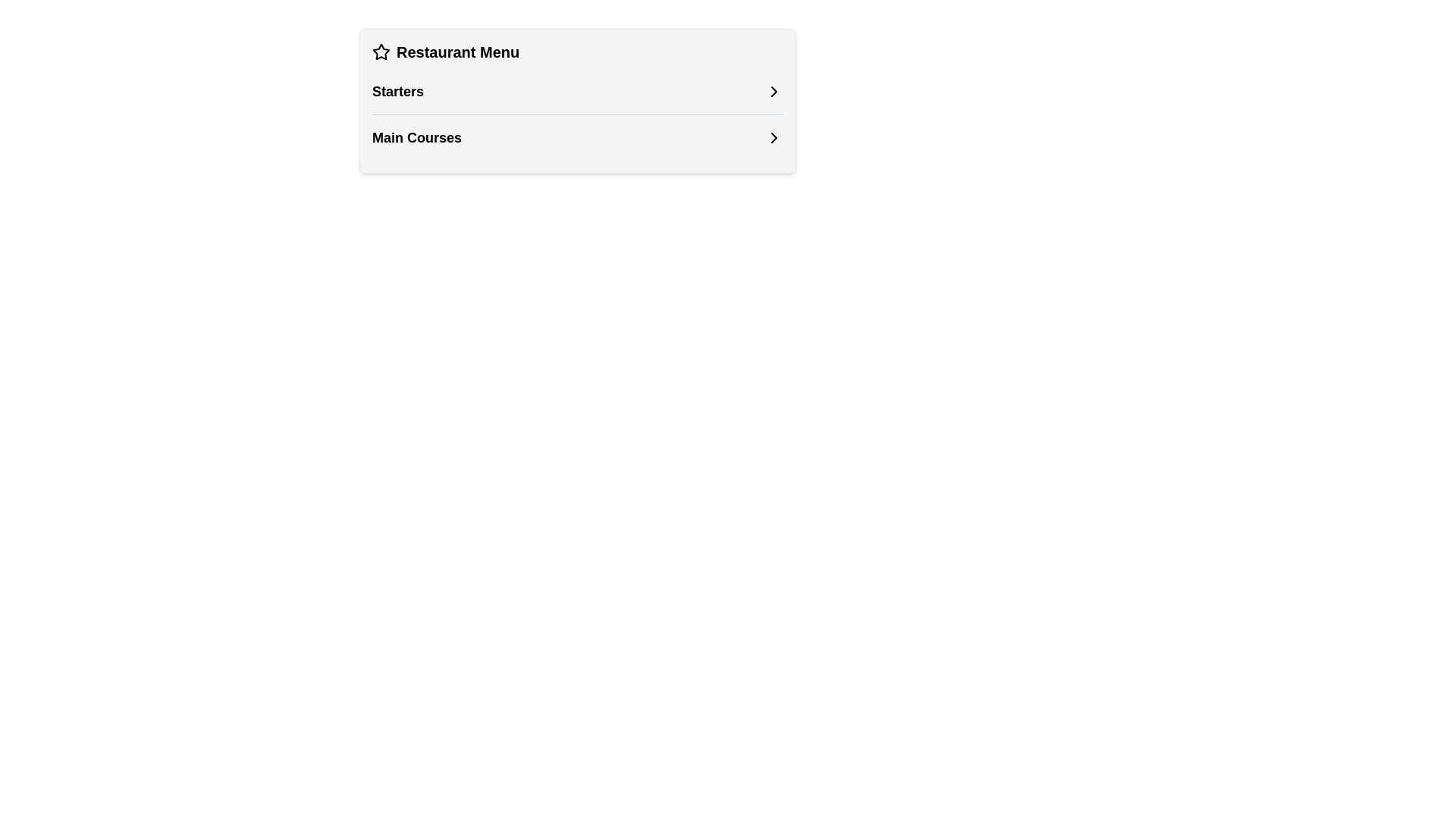 Image resolution: width=1456 pixels, height=819 pixels. I want to click on the rightward pointing chevron icon in the navigation menu, located next to the 'Main Courses' entry, so click(774, 137).